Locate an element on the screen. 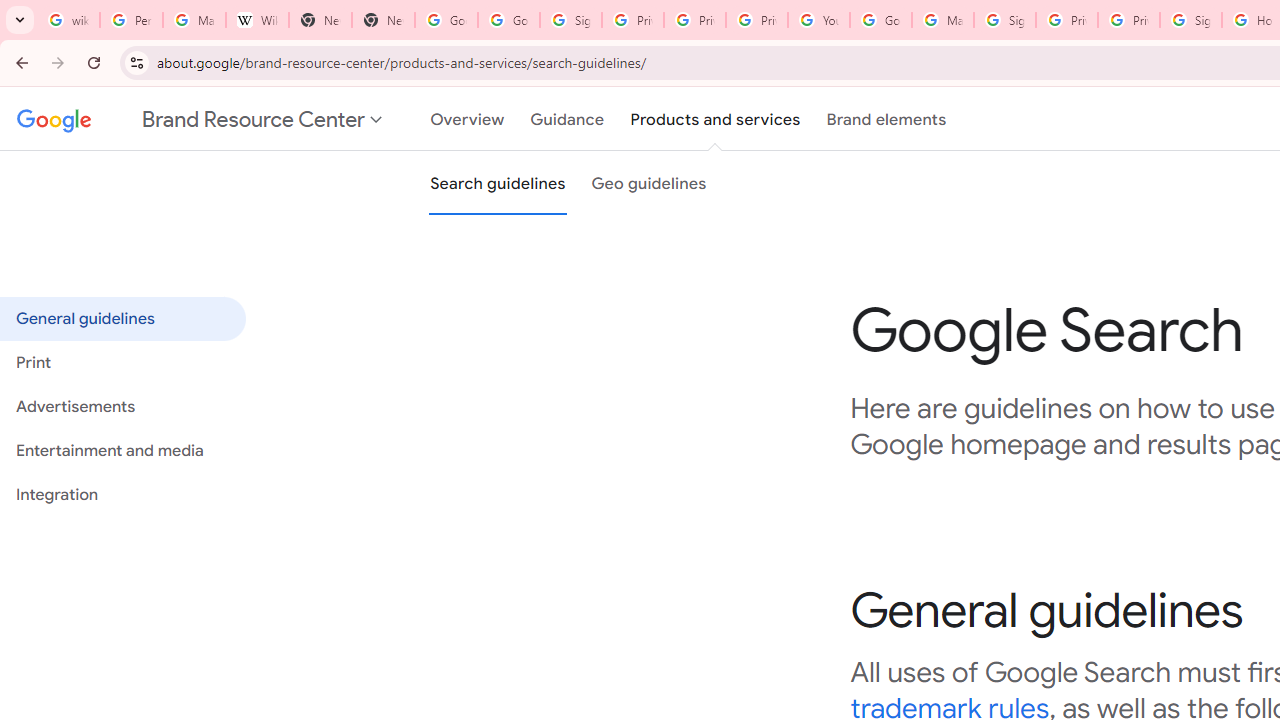 This screenshot has height=720, width=1280. 'Brand elements' is located at coordinates (885, 119).